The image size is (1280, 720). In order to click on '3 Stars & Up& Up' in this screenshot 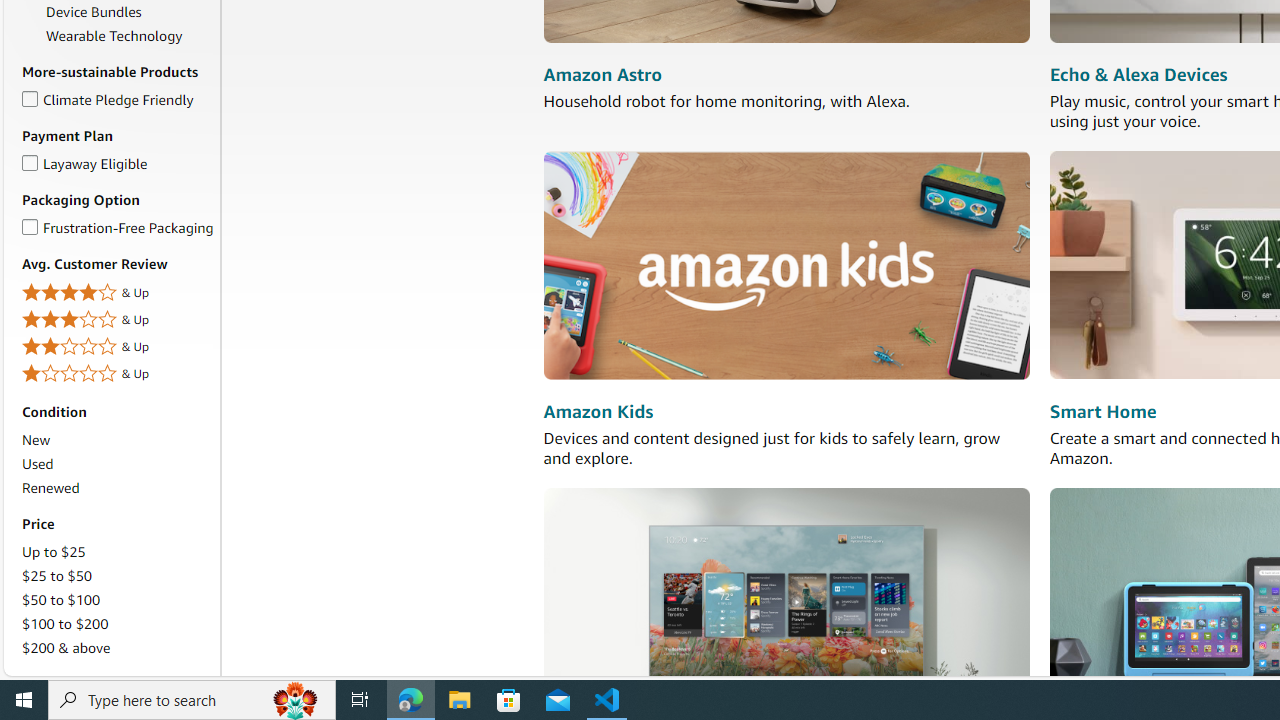, I will do `click(116, 319)`.